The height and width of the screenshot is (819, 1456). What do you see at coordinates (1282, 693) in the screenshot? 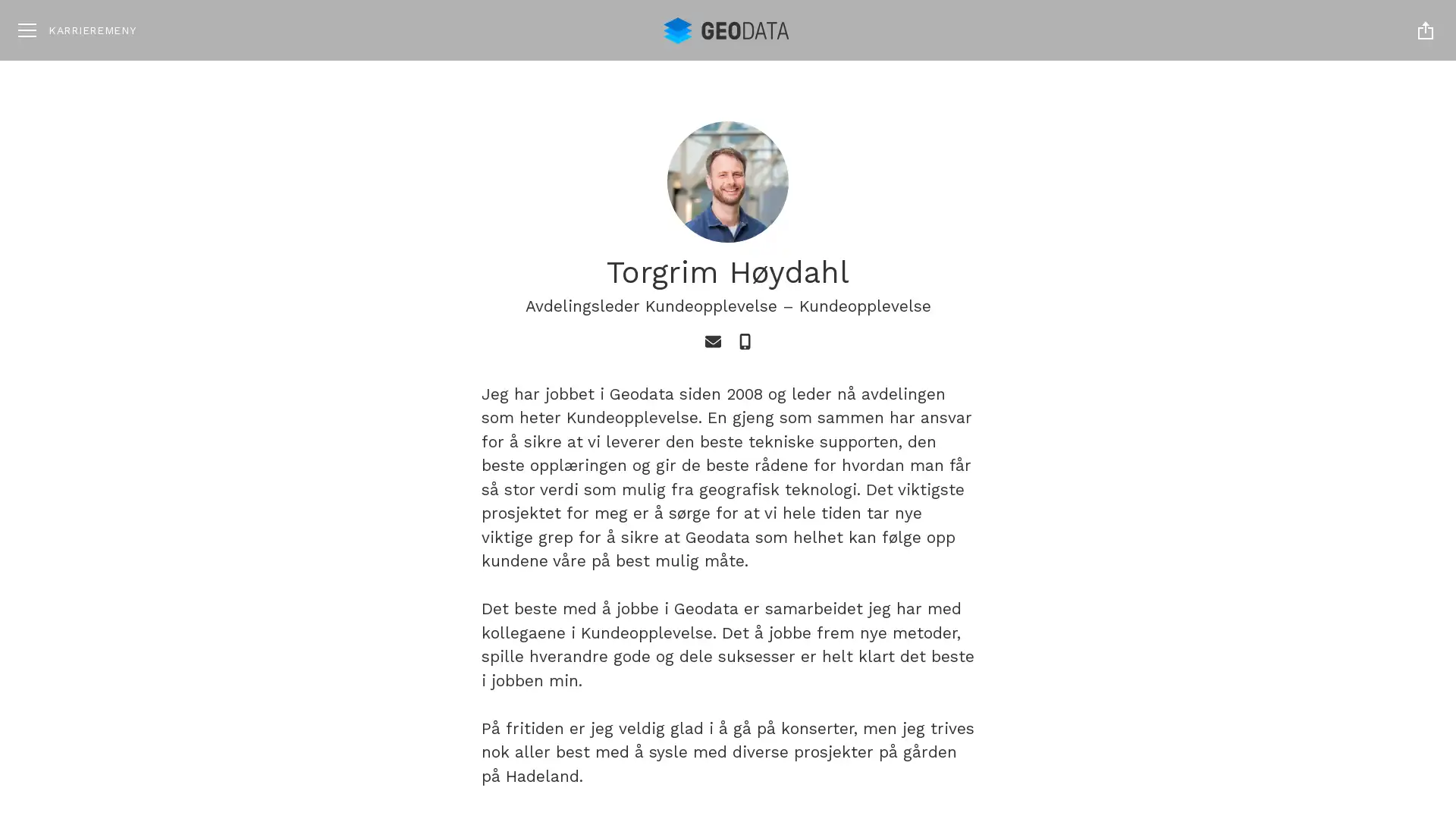
I see `Deaktivere alle` at bounding box center [1282, 693].